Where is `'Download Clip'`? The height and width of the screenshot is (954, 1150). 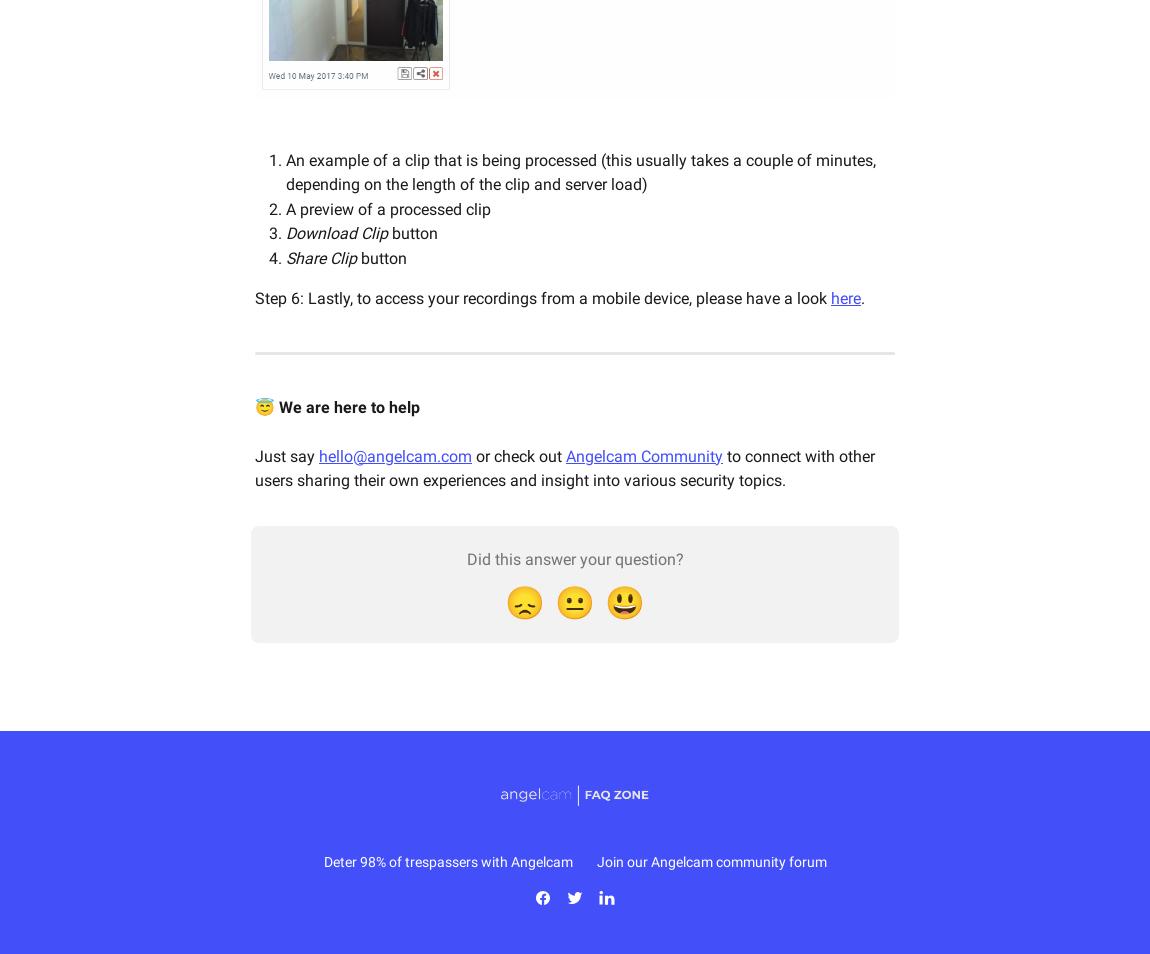
'Download Clip' is located at coordinates (285, 232).